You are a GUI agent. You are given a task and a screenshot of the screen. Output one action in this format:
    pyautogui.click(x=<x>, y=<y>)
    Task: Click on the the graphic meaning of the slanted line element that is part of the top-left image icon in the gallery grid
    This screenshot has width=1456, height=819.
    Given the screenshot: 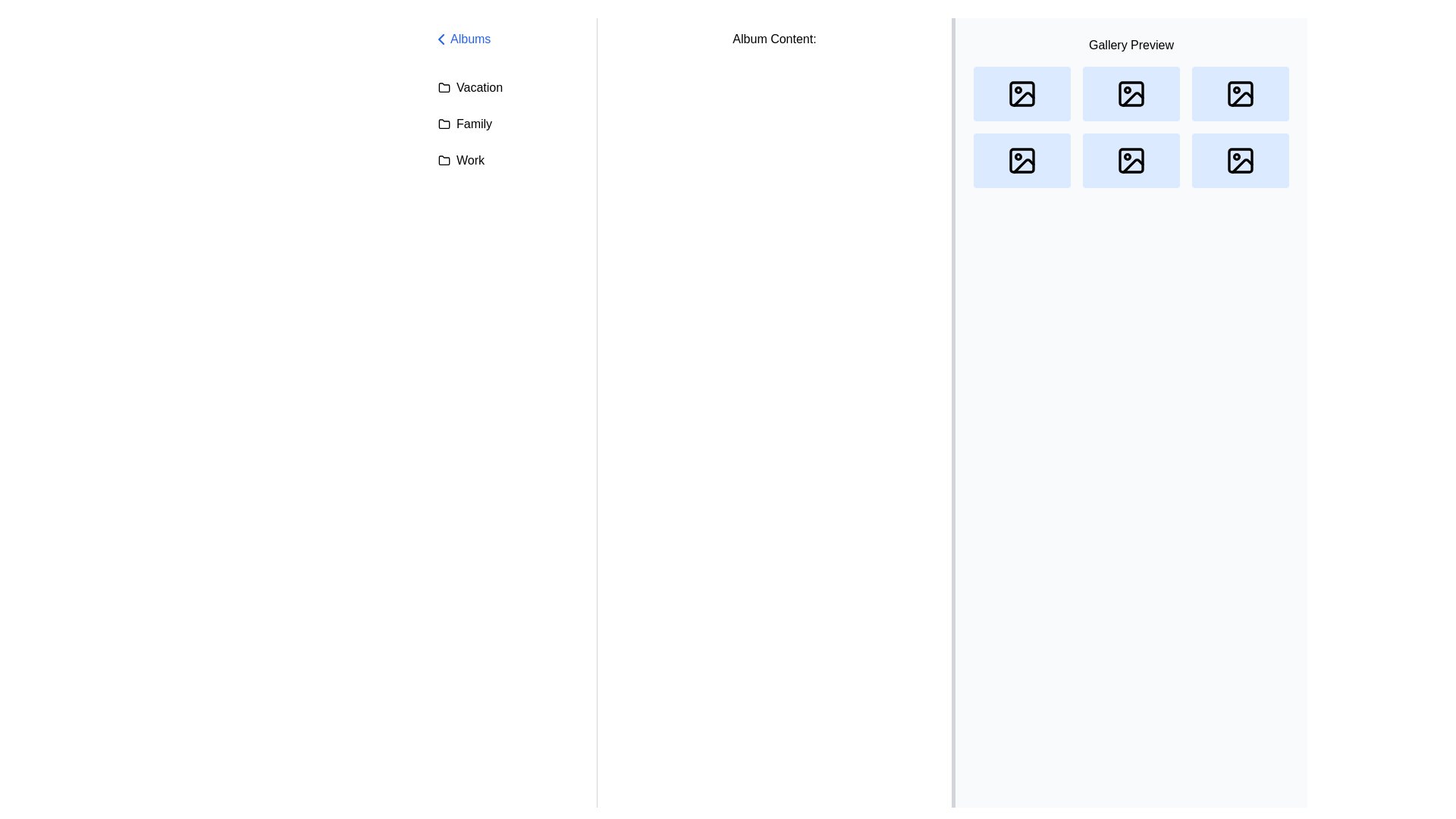 What is the action you would take?
    pyautogui.click(x=1024, y=99)
    